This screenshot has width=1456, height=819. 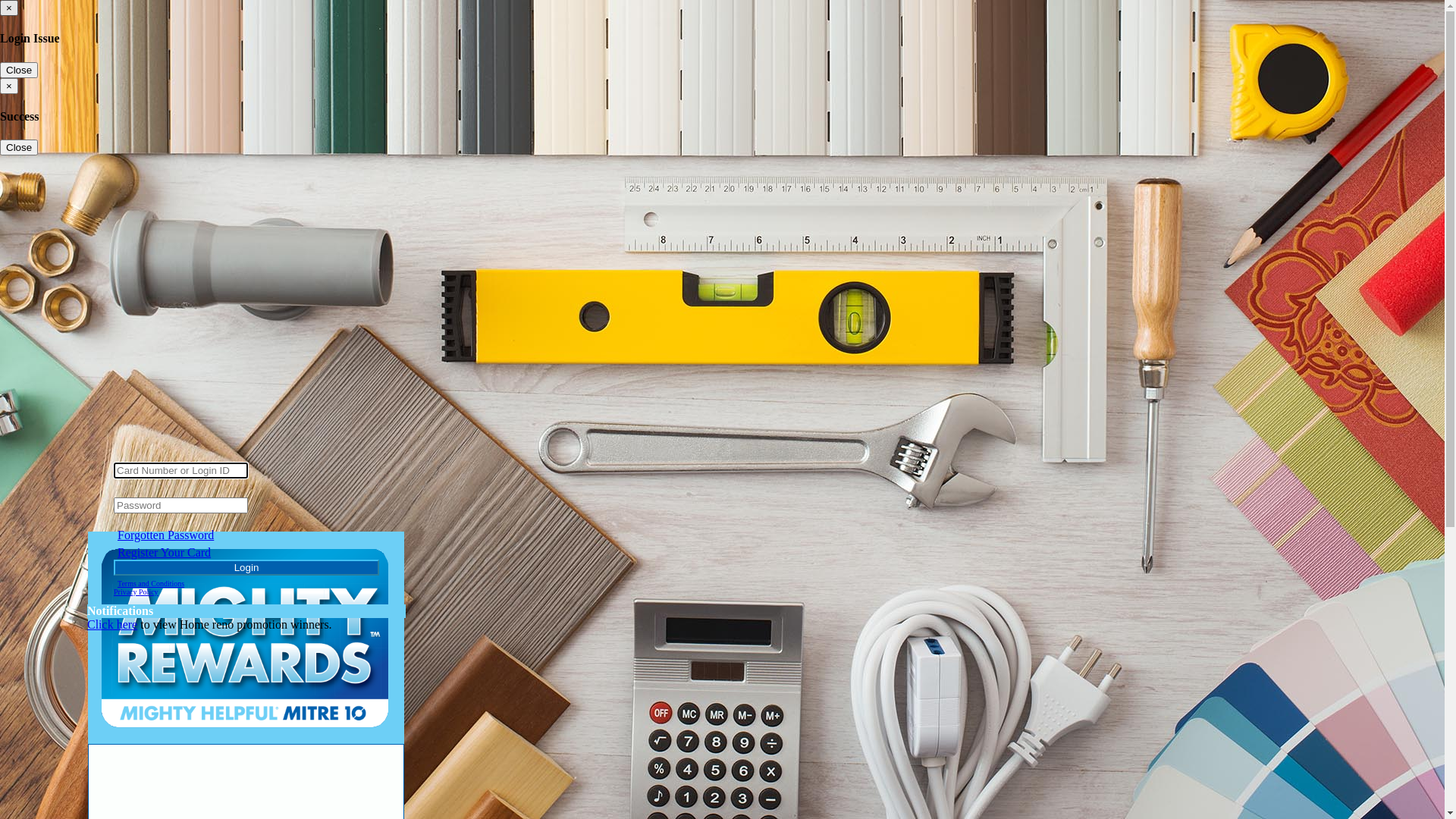 I want to click on 'Close', so click(x=18, y=147).